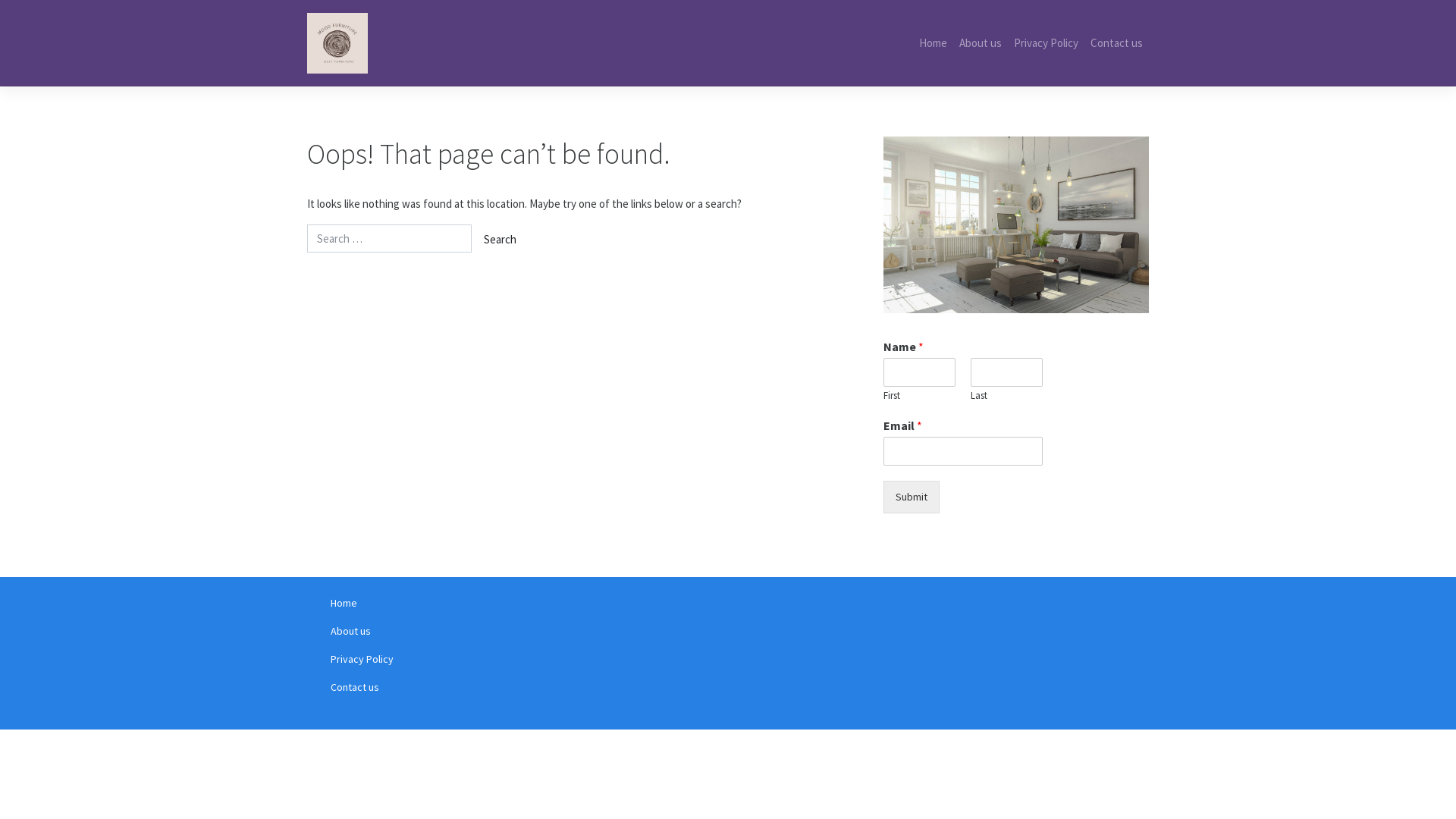  Describe the element at coordinates (500, 239) in the screenshot. I see `'Search'` at that location.